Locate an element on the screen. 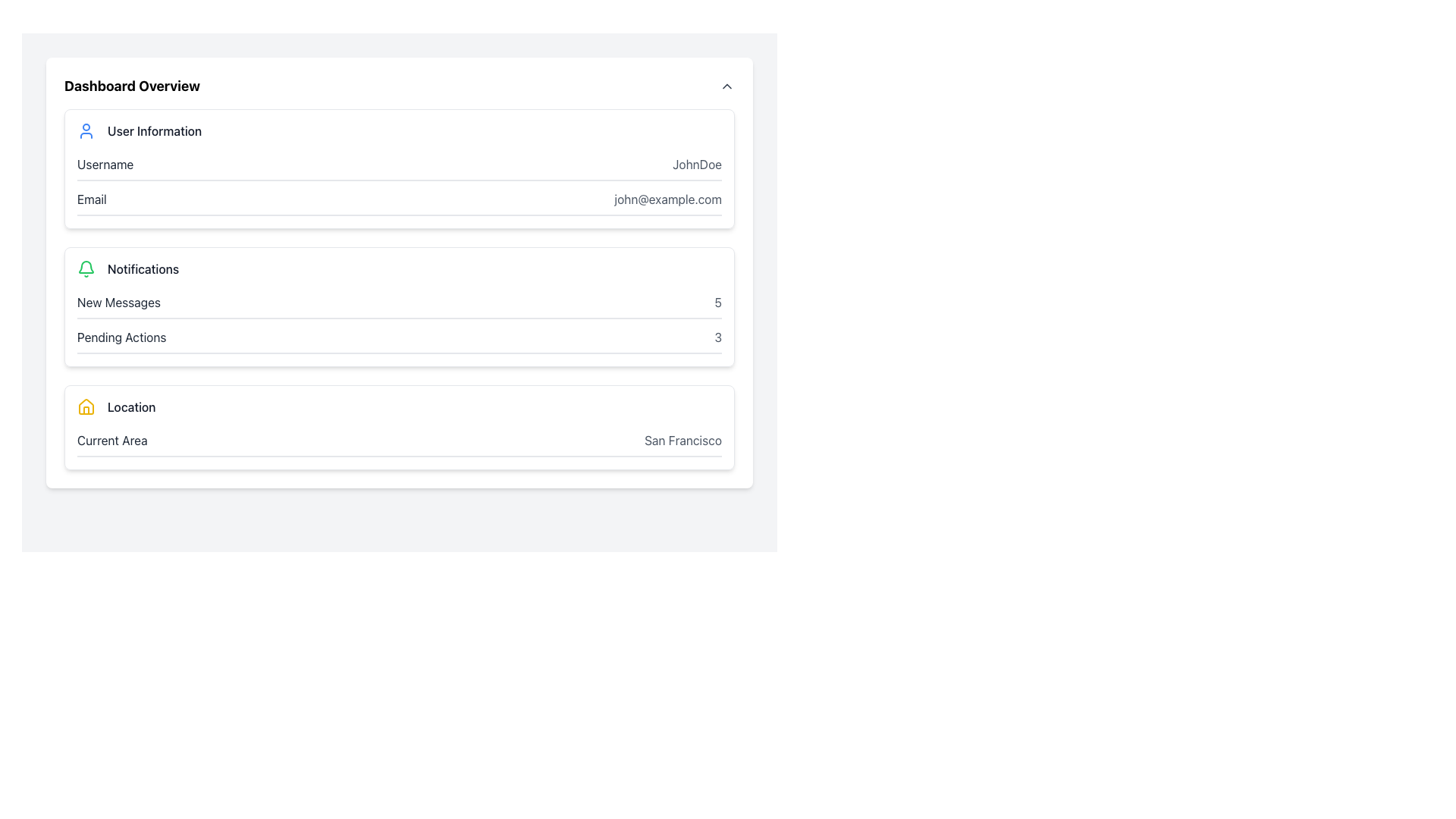 The image size is (1456, 819). the Text Label that describes the user's email address, located in the 'User Information' section to the left of 'john@example.com' is located at coordinates (91, 198).